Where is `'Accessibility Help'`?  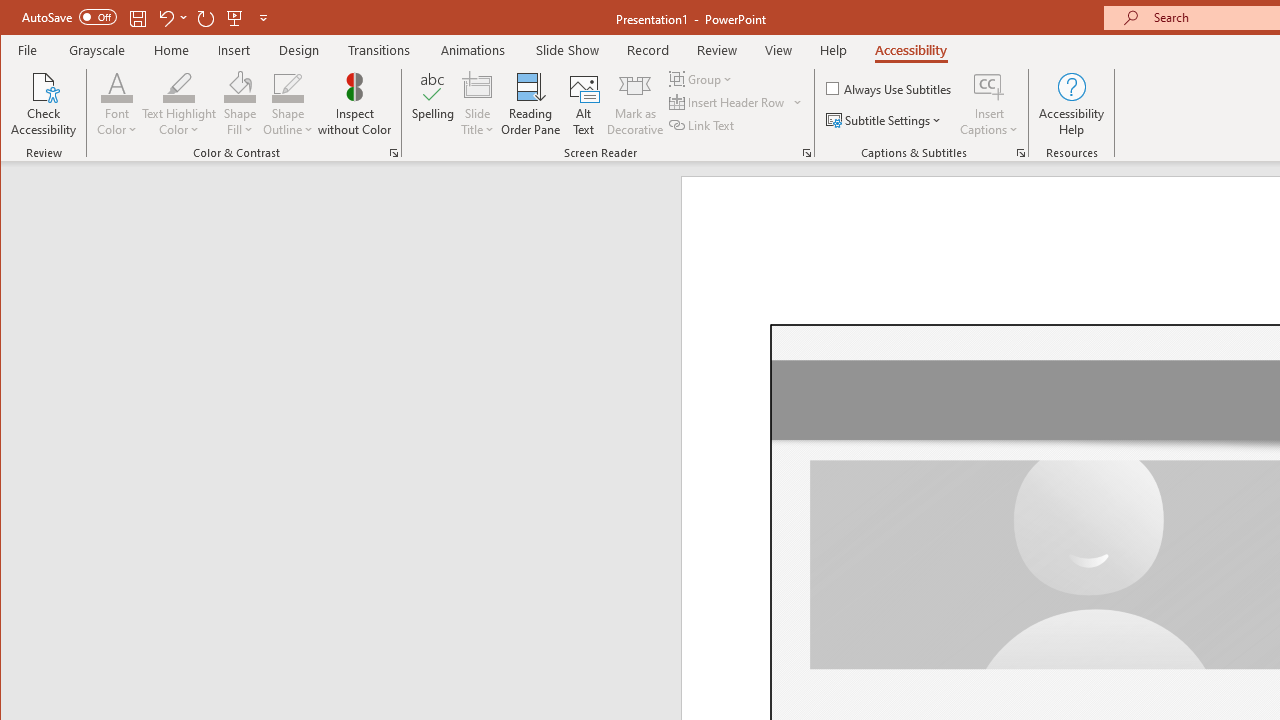 'Accessibility Help' is located at coordinates (1071, 104).